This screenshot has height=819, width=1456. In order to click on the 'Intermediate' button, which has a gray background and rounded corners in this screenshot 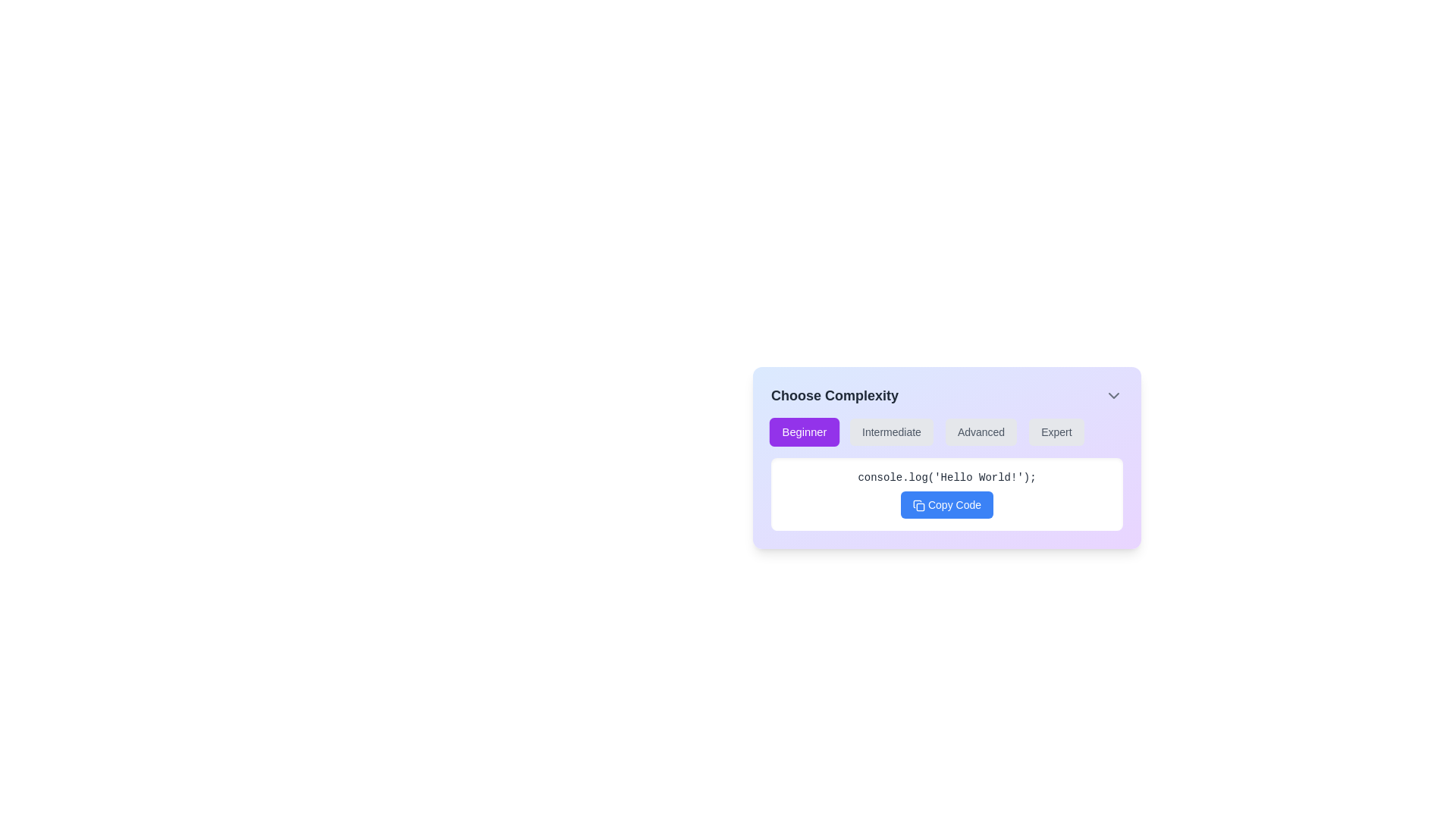, I will do `click(892, 432)`.